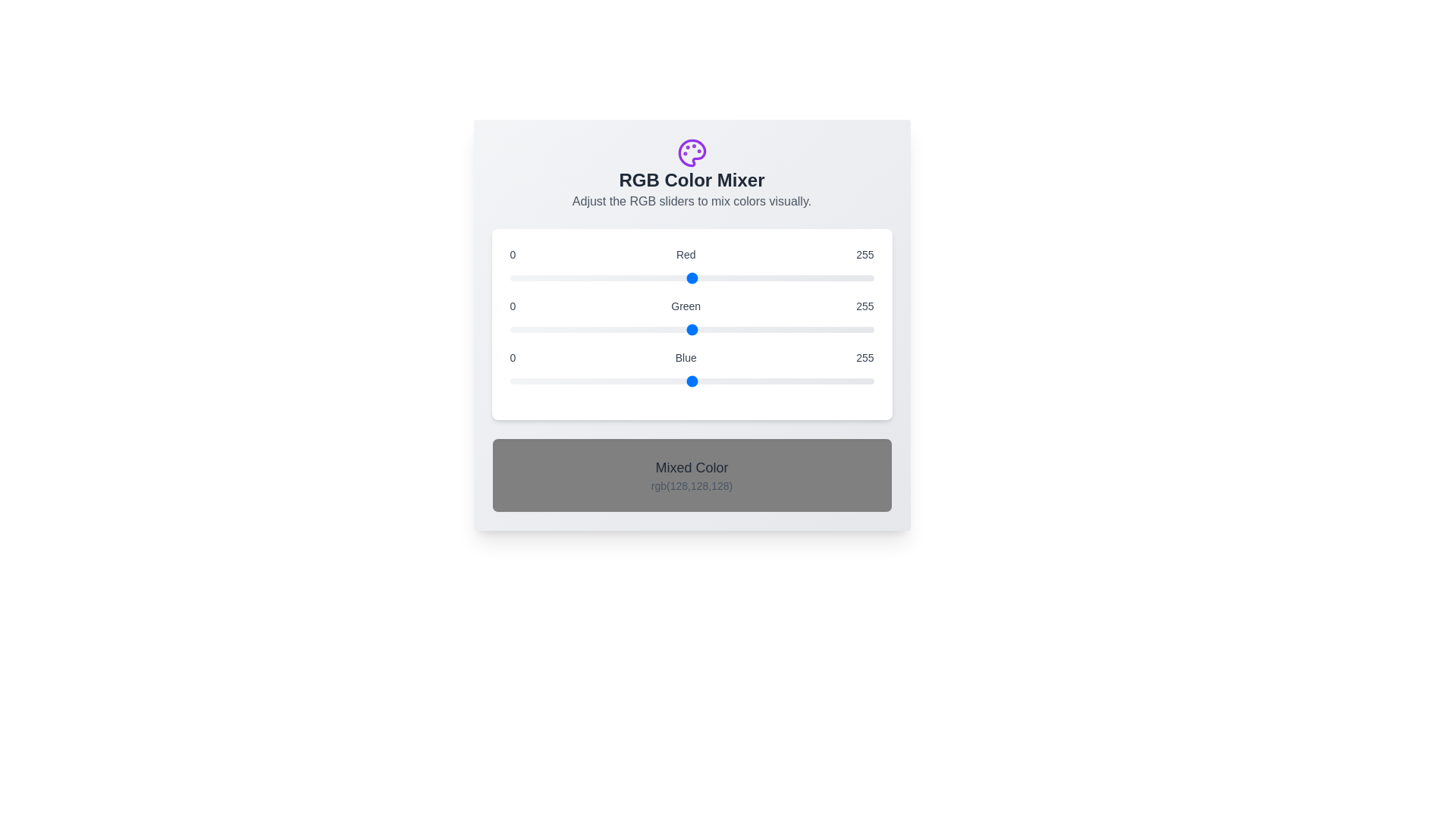 The width and height of the screenshot is (1456, 819). Describe the element at coordinates (843, 278) in the screenshot. I see `the red slider to set the red component to 234` at that location.